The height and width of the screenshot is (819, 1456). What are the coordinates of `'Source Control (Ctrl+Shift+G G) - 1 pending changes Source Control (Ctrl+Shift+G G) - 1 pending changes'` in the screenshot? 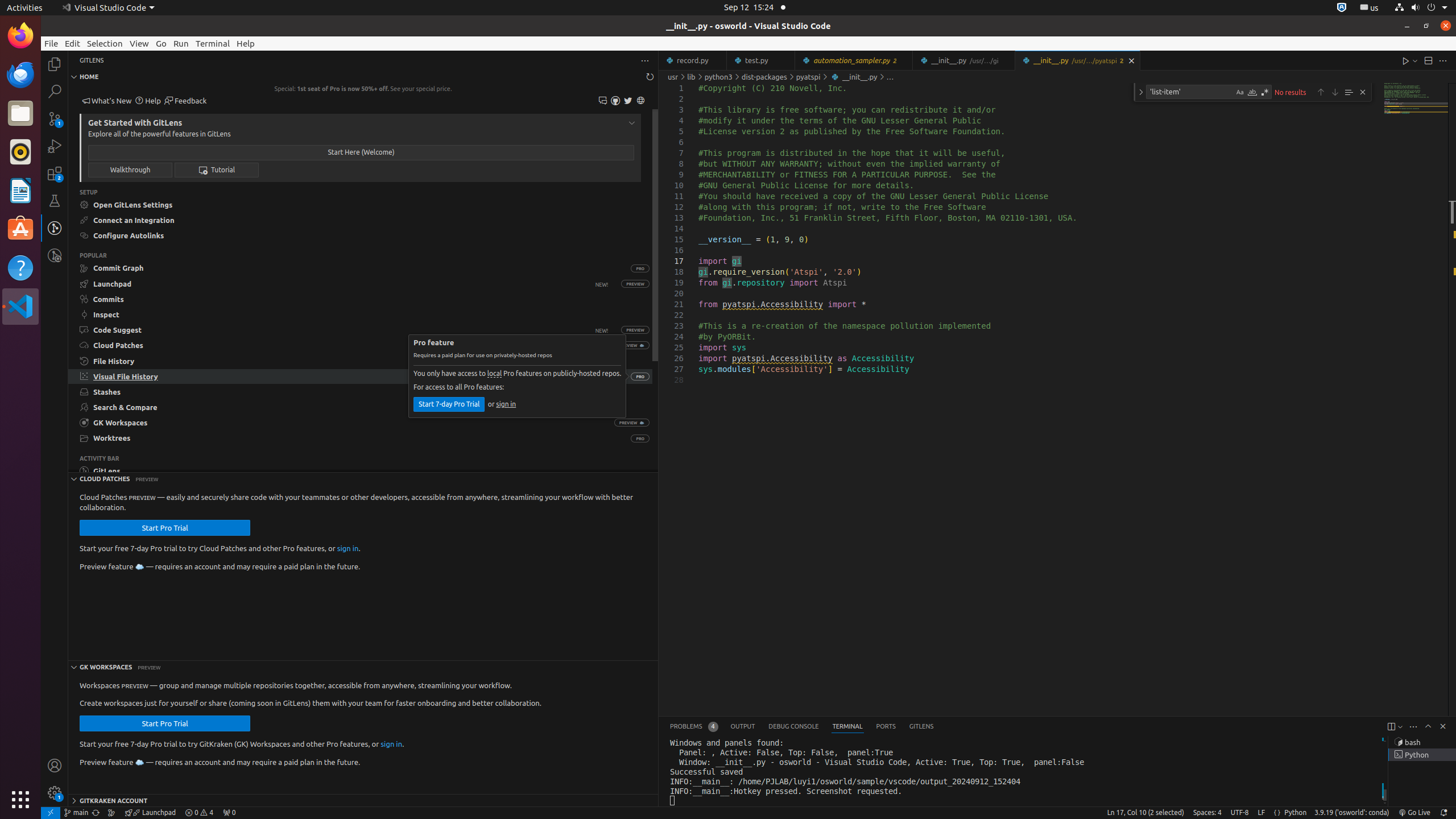 It's located at (54, 118).